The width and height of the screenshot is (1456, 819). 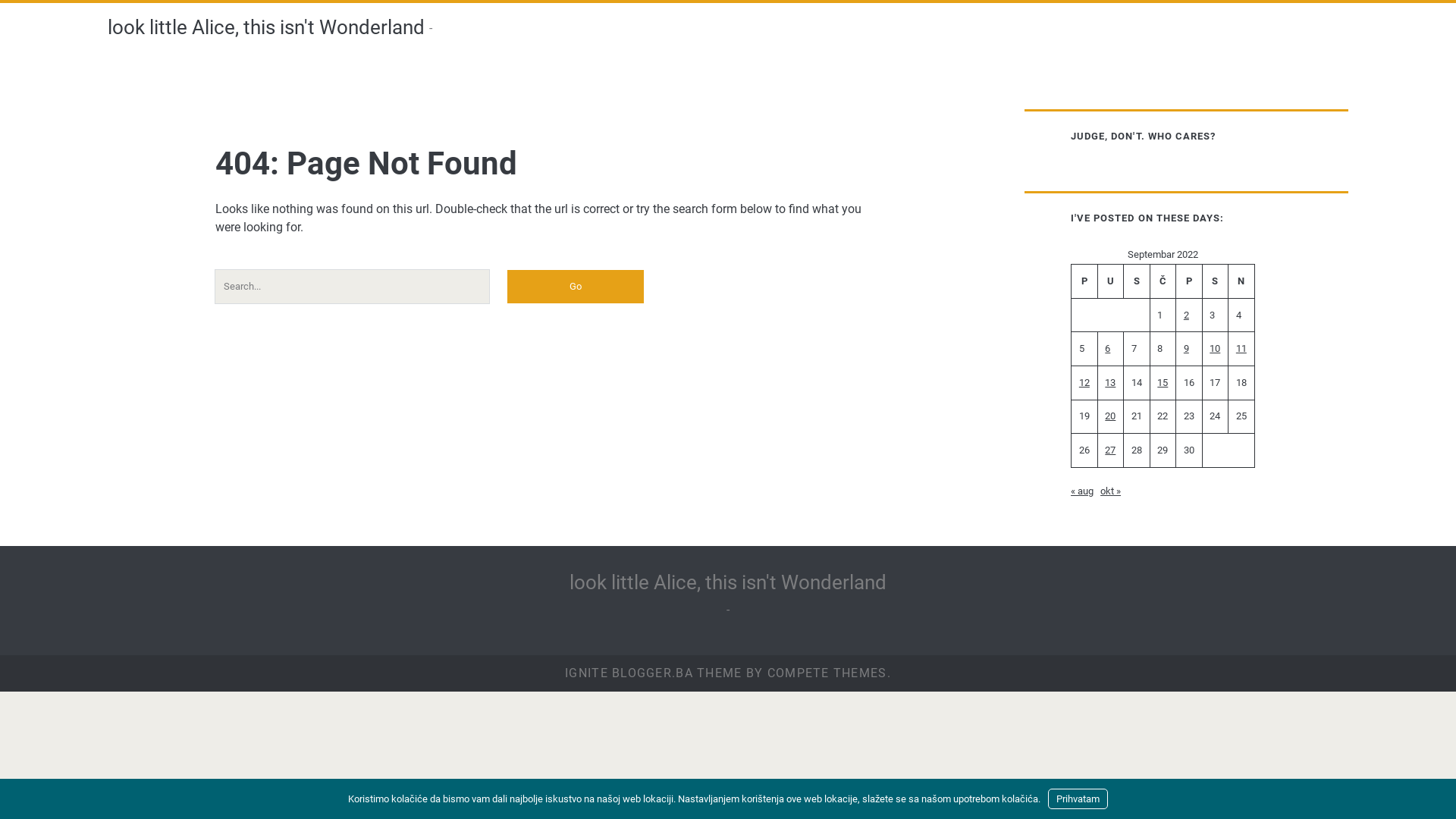 What do you see at coordinates (728, 581) in the screenshot?
I see `'look little Alice, this isn't Wonderland'` at bounding box center [728, 581].